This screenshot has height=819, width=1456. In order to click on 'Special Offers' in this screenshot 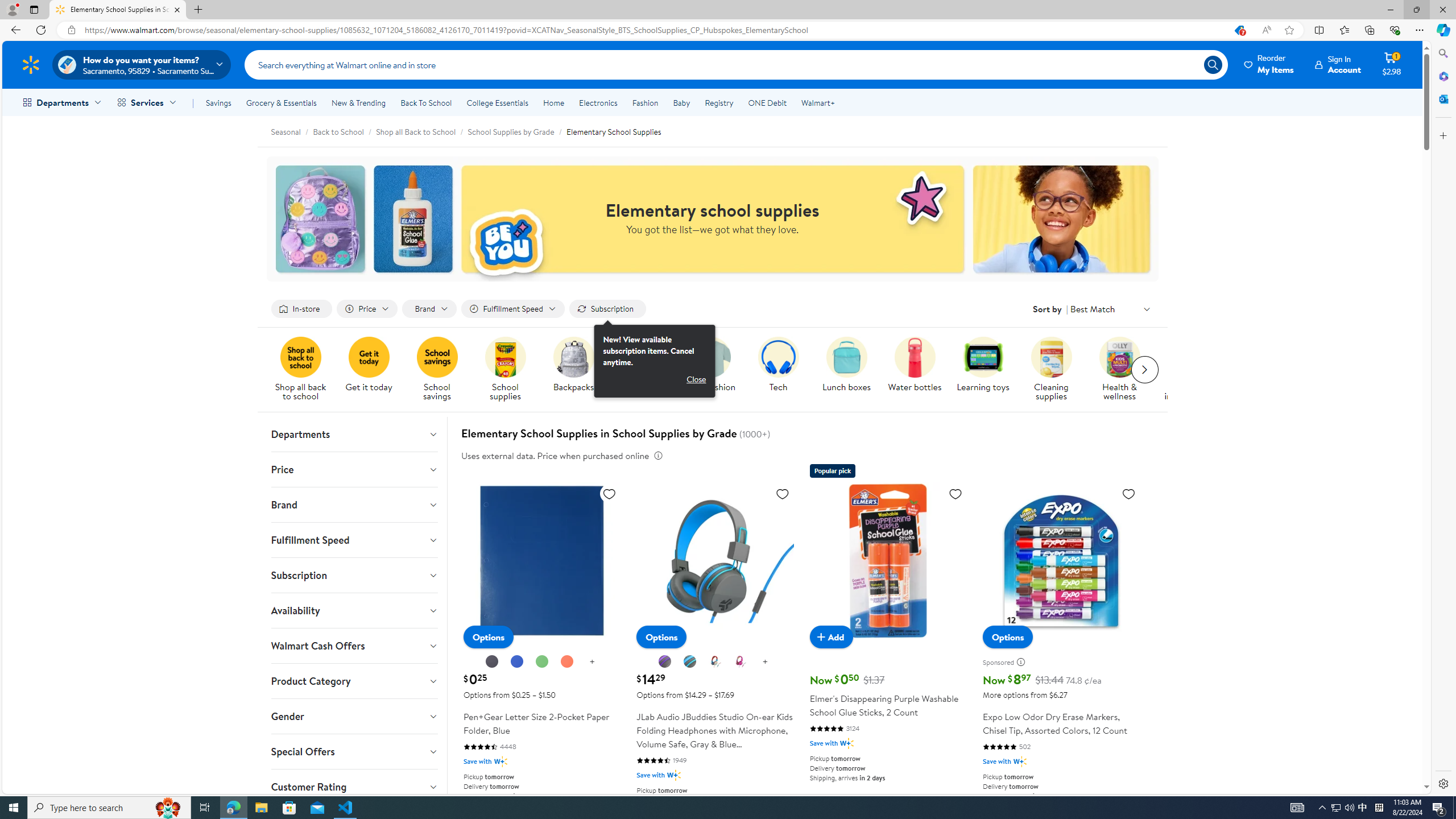, I will do `click(354, 751)`.